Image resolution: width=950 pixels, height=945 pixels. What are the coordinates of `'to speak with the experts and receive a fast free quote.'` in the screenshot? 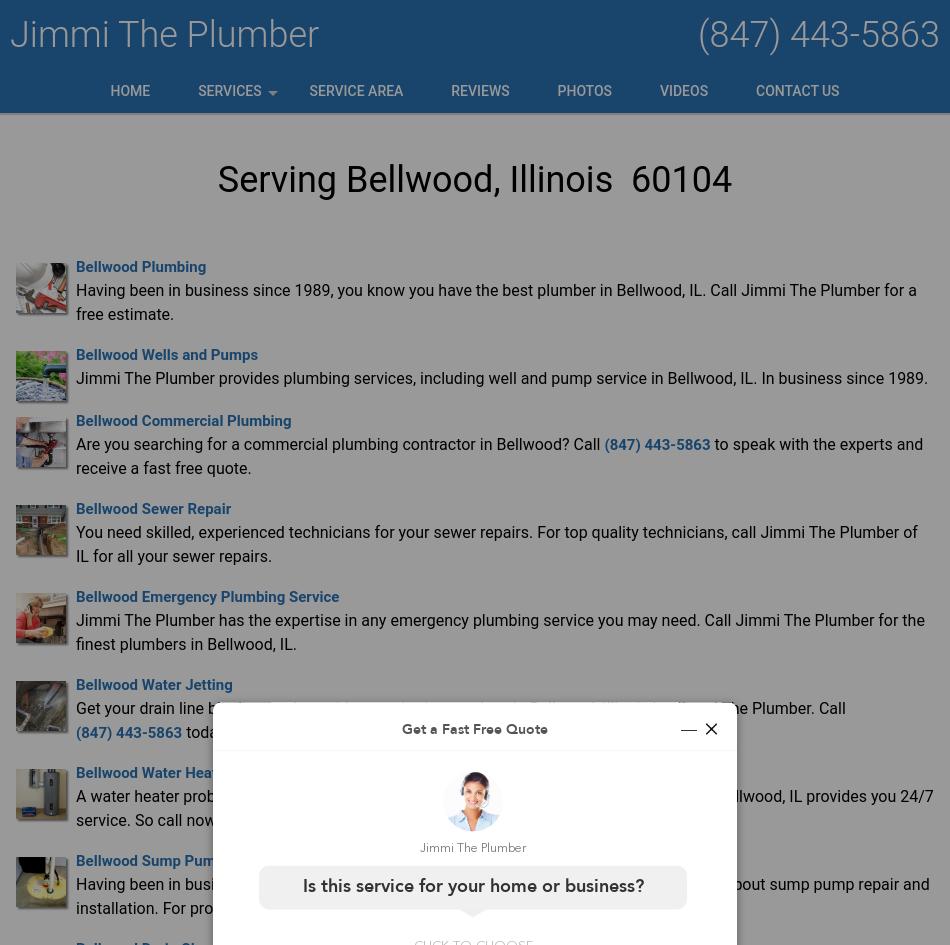 It's located at (499, 455).